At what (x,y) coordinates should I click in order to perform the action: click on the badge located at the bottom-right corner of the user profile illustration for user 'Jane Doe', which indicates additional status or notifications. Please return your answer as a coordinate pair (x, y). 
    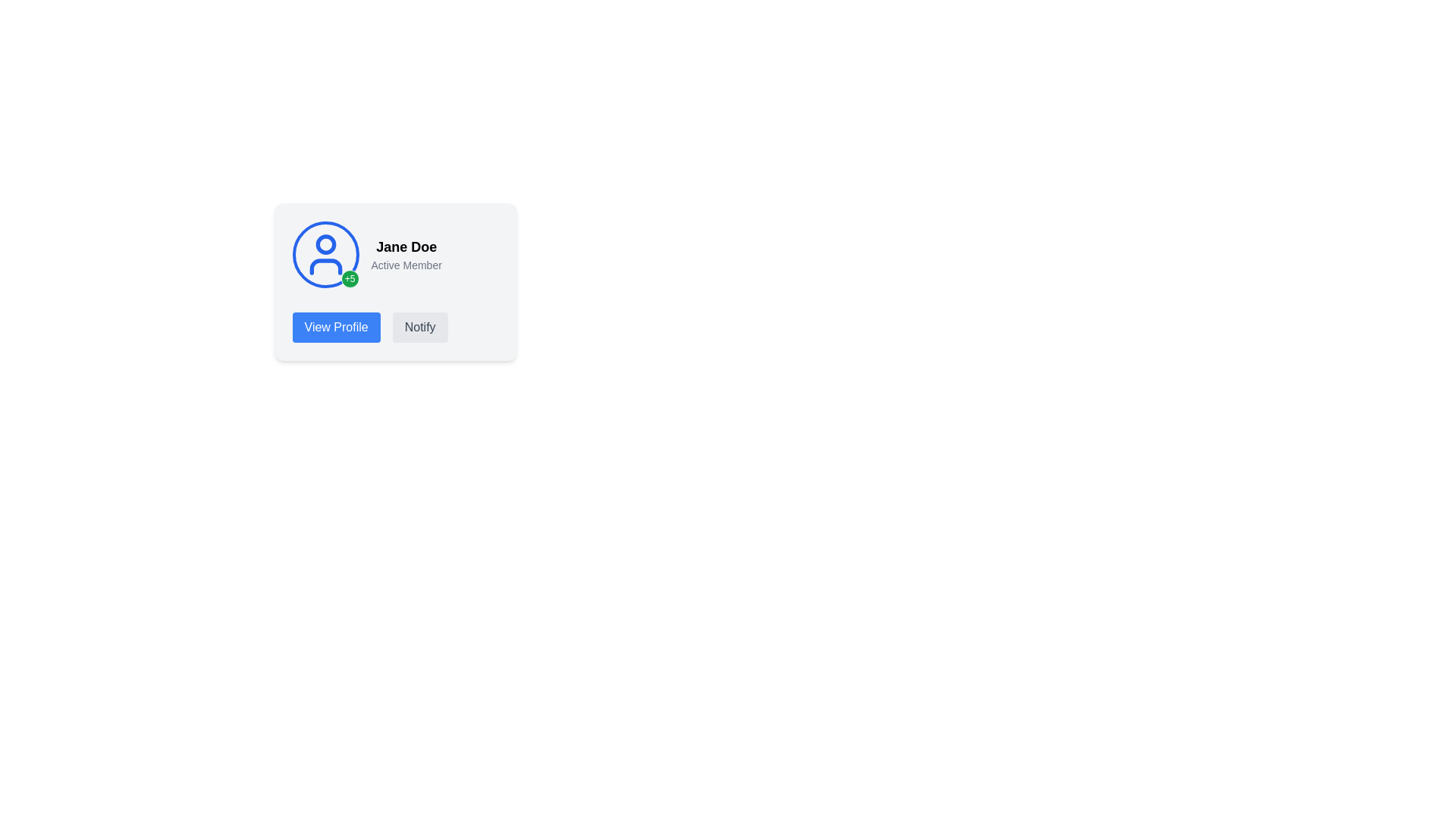
    Looking at the image, I should click on (325, 253).